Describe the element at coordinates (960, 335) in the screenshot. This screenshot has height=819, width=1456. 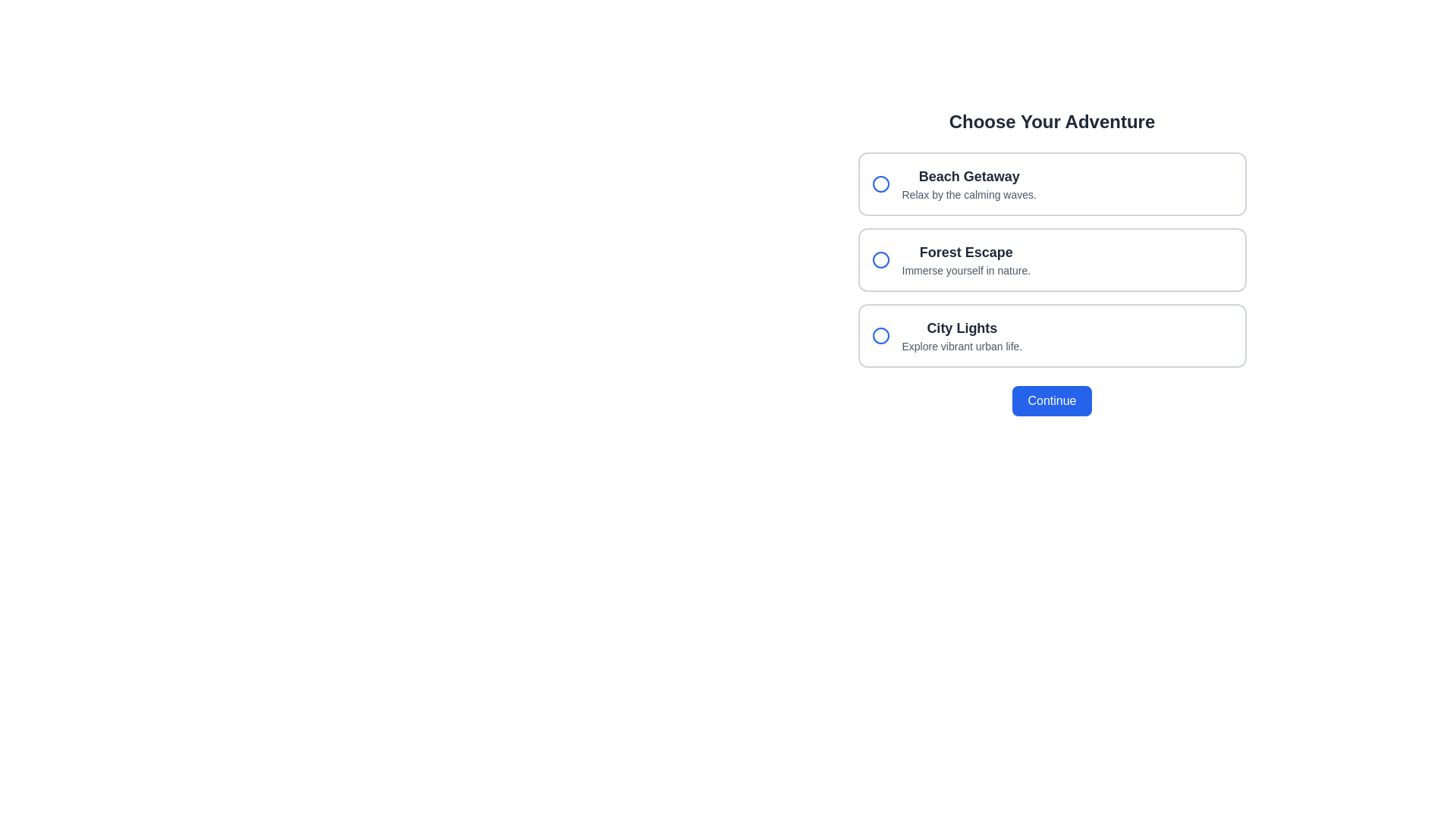
I see `the center of the 'City Lights' label in the third option of the 'Choose Your Adventure' selection group` at that location.